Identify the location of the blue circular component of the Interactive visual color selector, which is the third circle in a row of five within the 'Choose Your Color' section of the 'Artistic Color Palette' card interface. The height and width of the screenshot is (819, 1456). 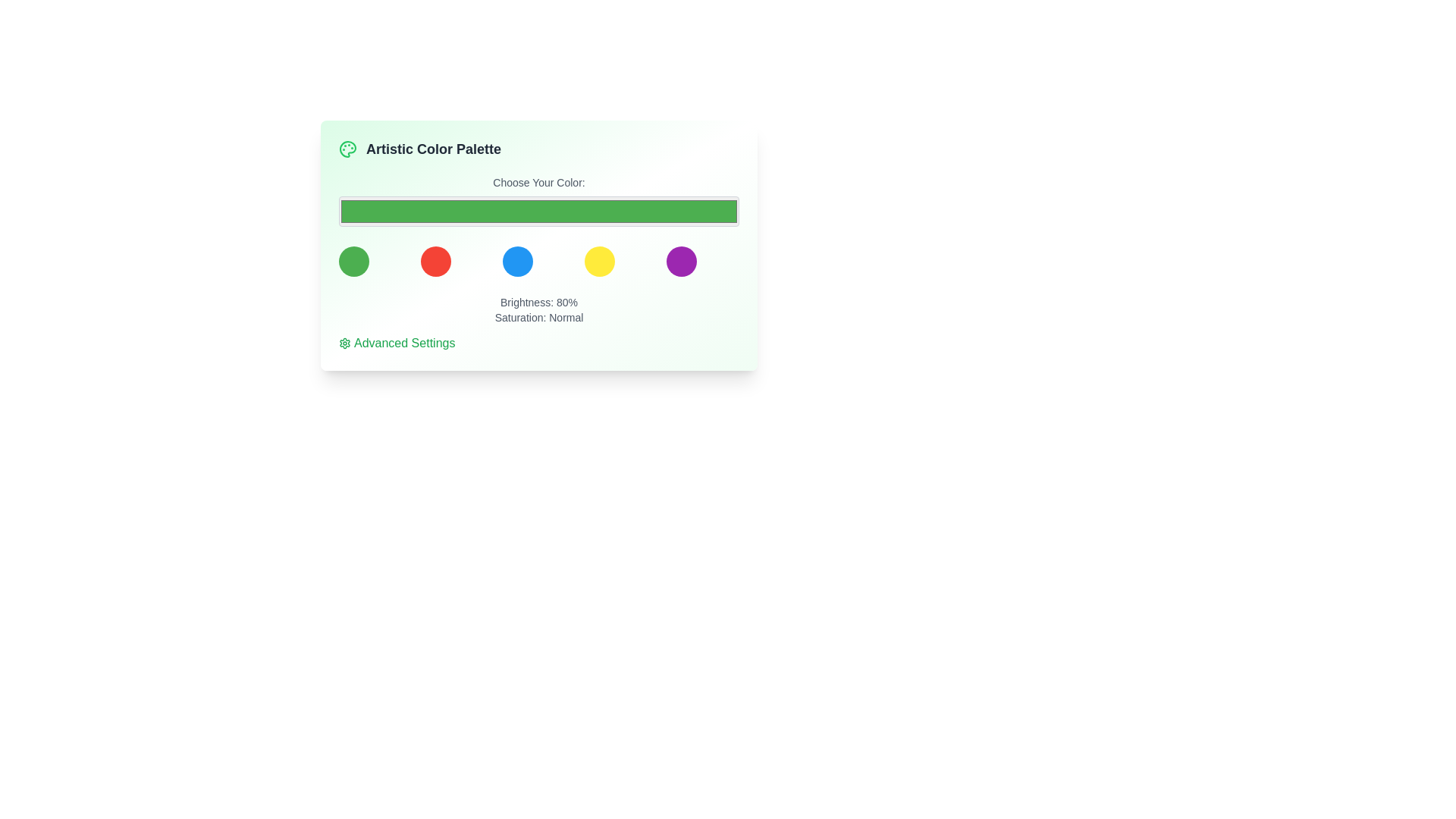
(538, 260).